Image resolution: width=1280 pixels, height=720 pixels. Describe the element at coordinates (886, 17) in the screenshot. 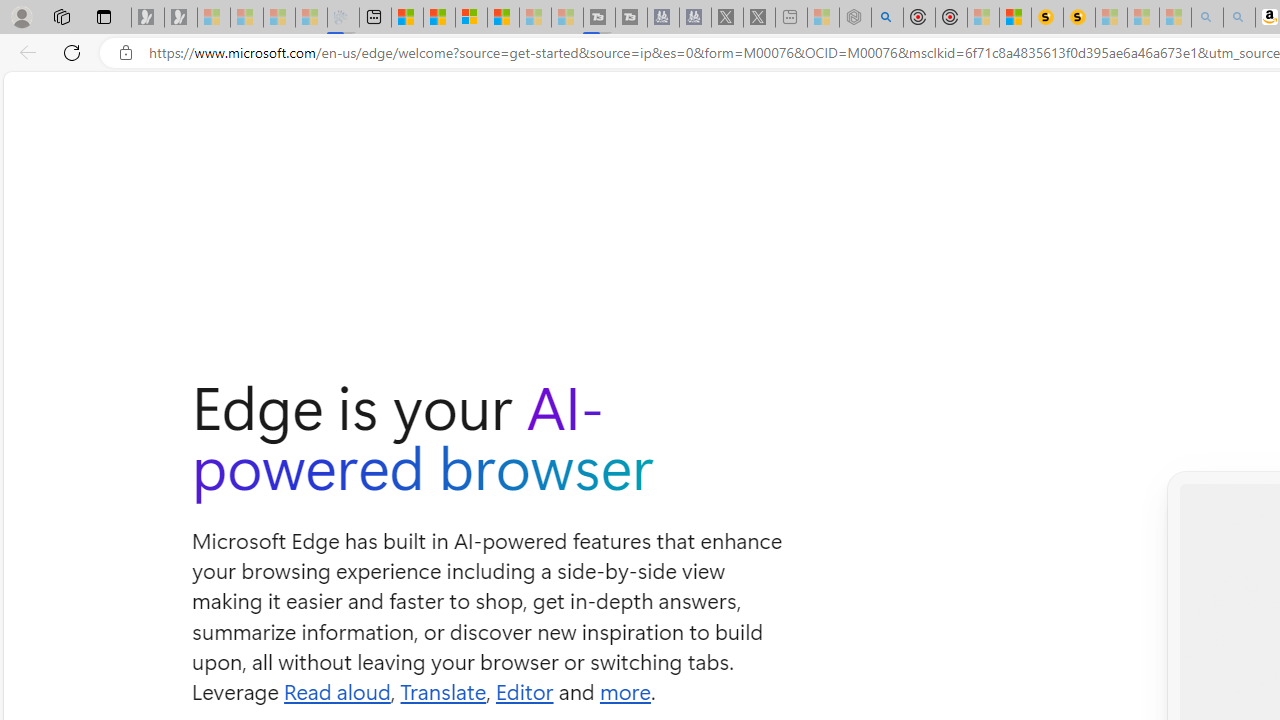

I see `'poe - Search'` at that location.